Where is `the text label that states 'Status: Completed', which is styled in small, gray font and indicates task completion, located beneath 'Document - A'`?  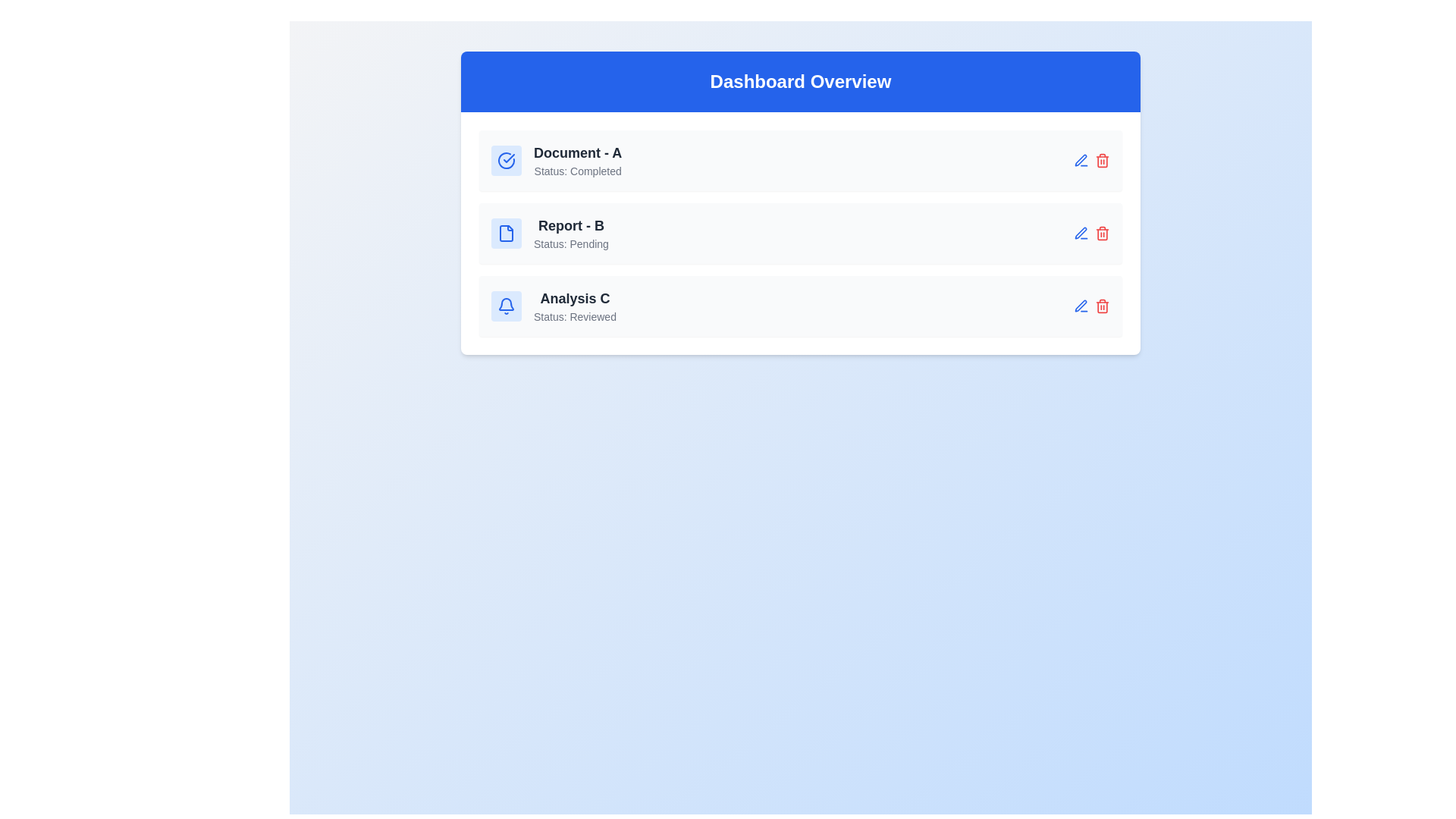 the text label that states 'Status: Completed', which is styled in small, gray font and indicates task completion, located beneath 'Document - A' is located at coordinates (577, 171).